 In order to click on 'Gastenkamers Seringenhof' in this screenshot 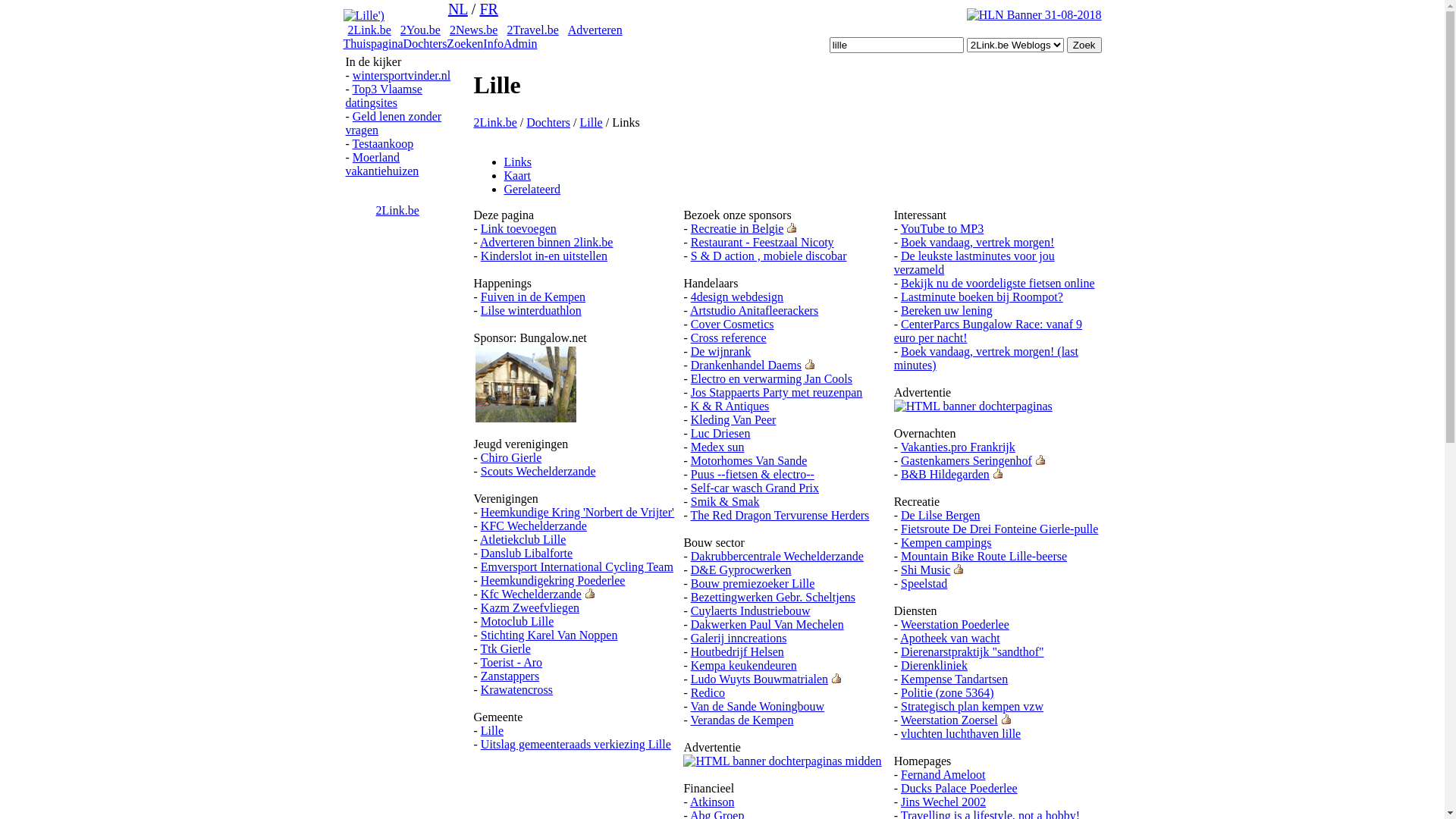, I will do `click(965, 460)`.